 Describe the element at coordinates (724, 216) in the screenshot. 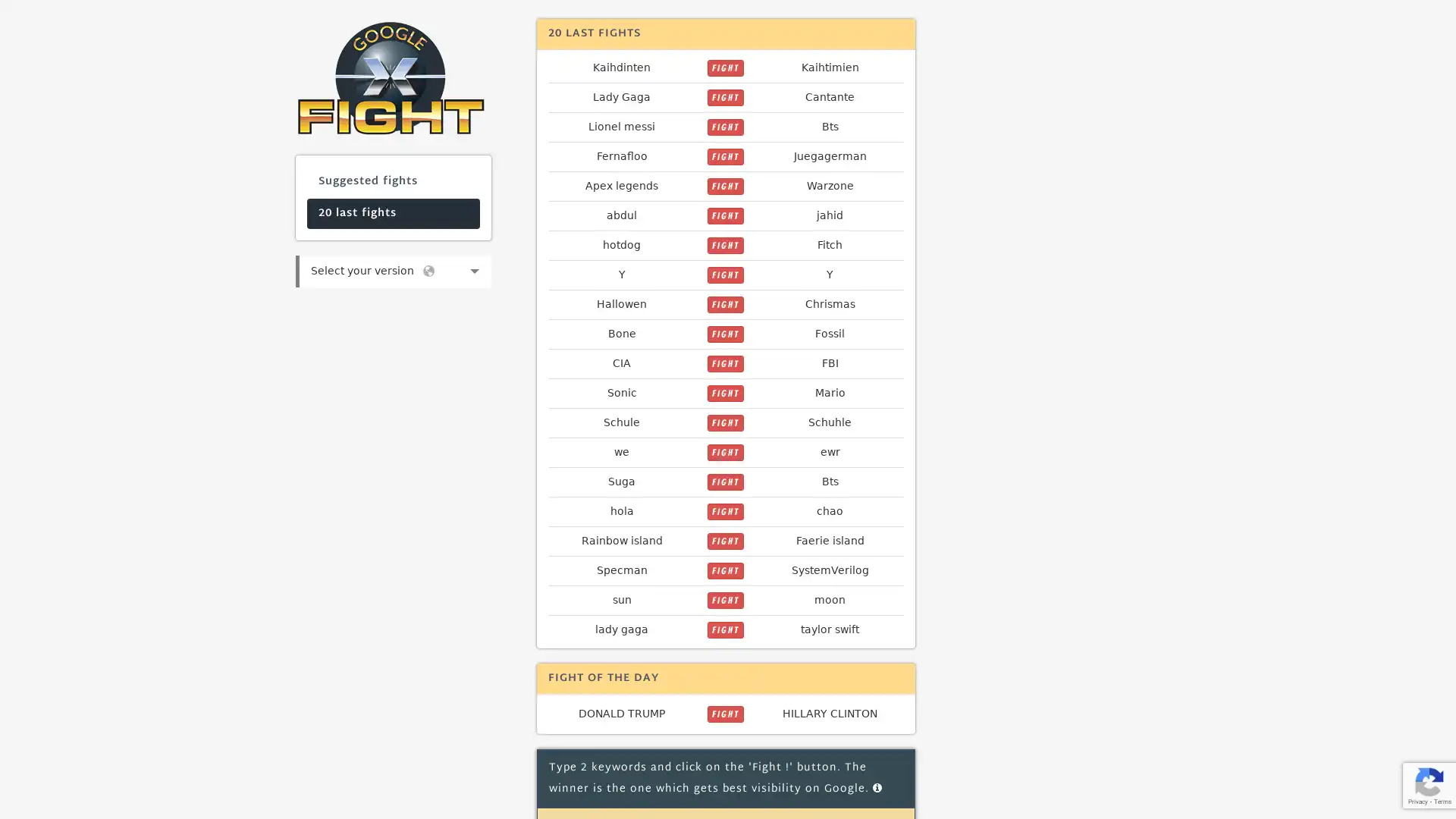

I see `FIGHT` at that location.